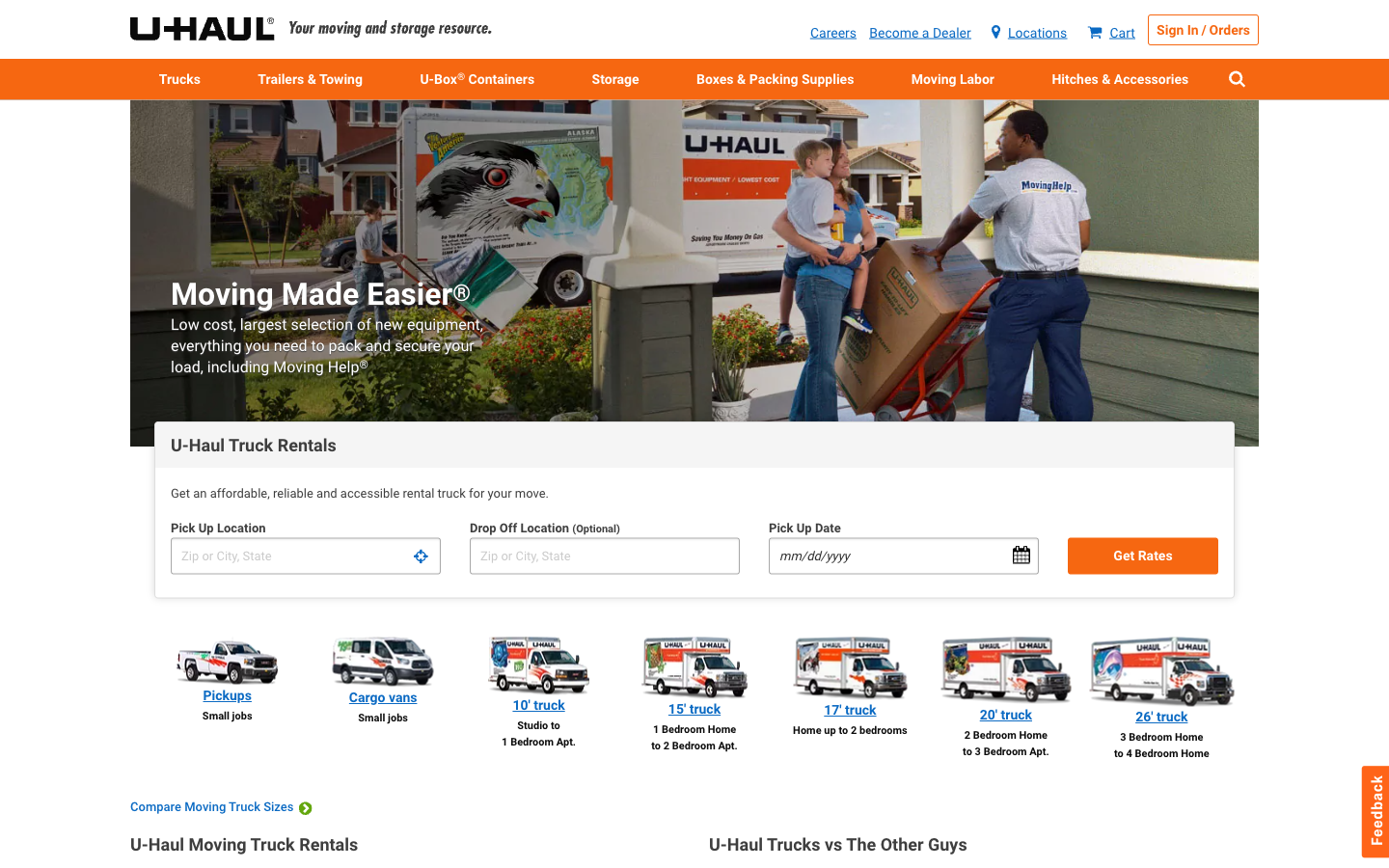 Image resolution: width=1389 pixels, height=868 pixels. What do you see at coordinates (305, 556) in the screenshot?
I see `pricing details for truck leasing starting at location A and ending at B` at bounding box center [305, 556].